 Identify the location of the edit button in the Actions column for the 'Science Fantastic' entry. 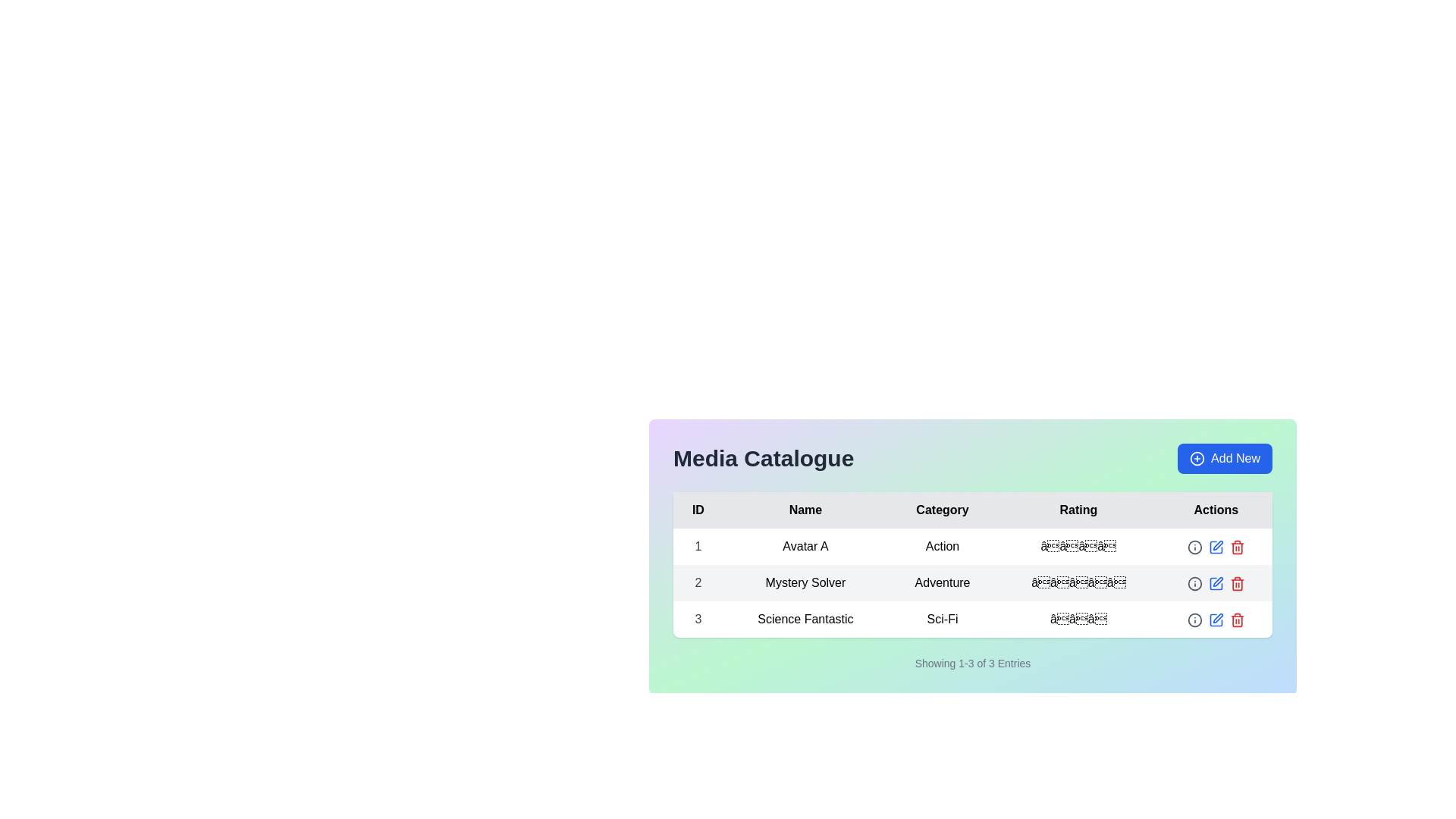
(1216, 620).